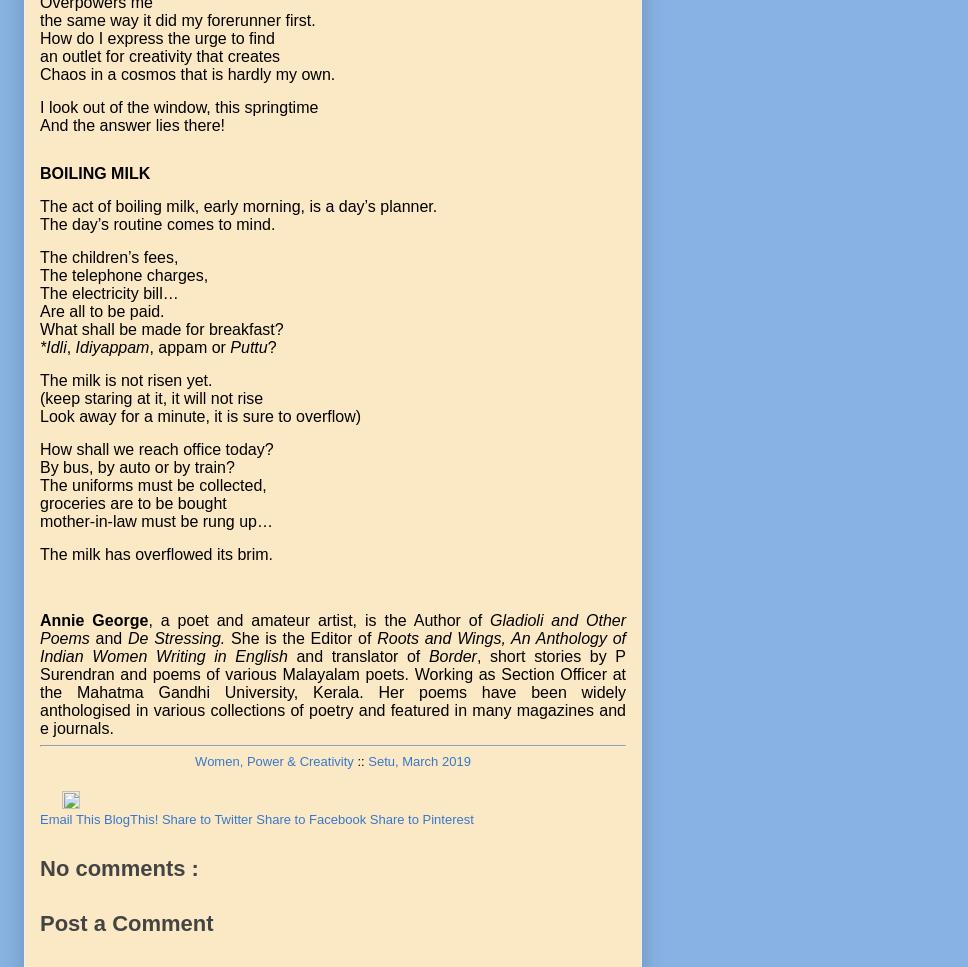 This screenshot has width=968, height=967. Describe the element at coordinates (300, 637) in the screenshot. I see `'She is the Editor of'` at that location.